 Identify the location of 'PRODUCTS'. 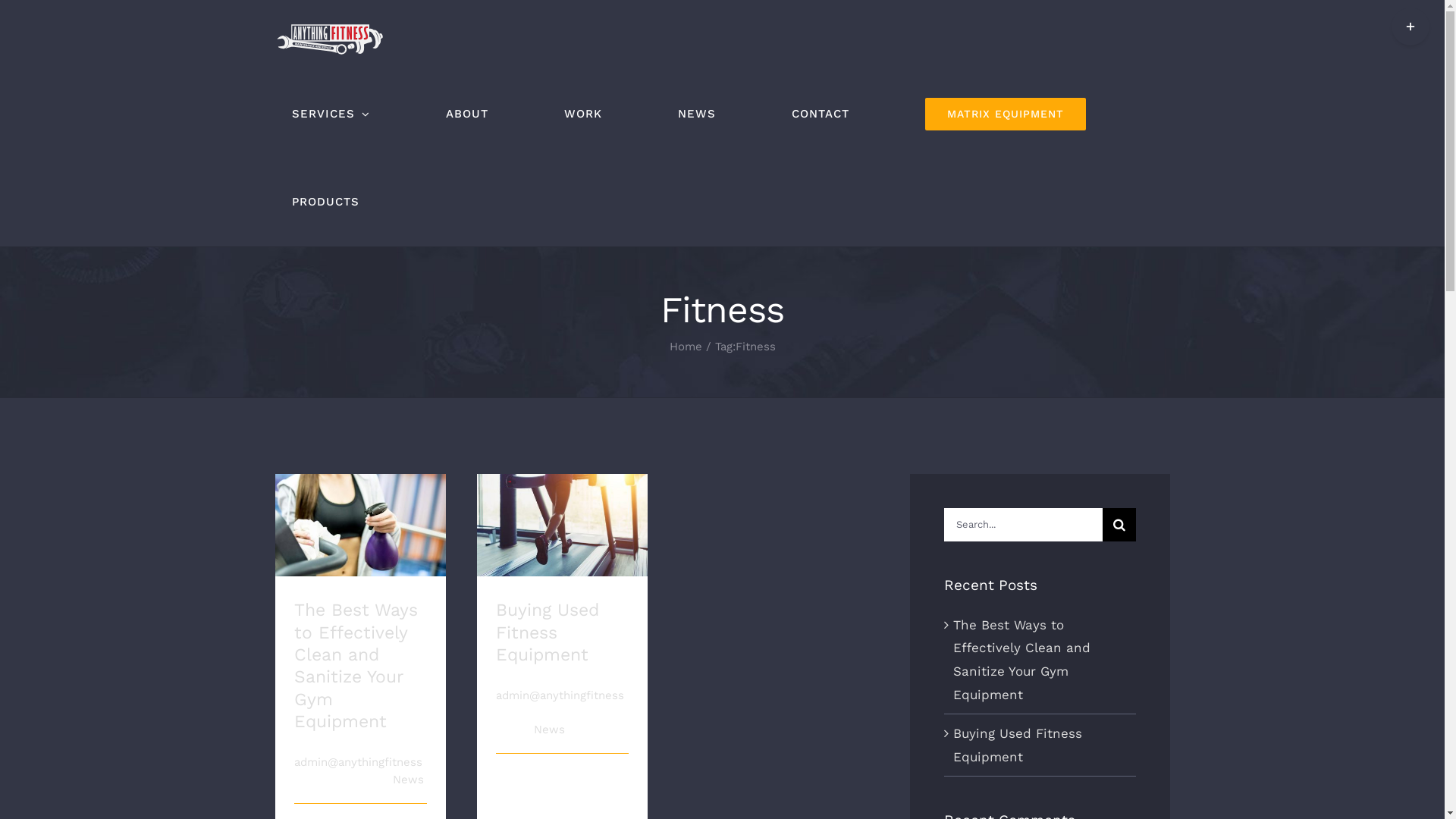
(324, 201).